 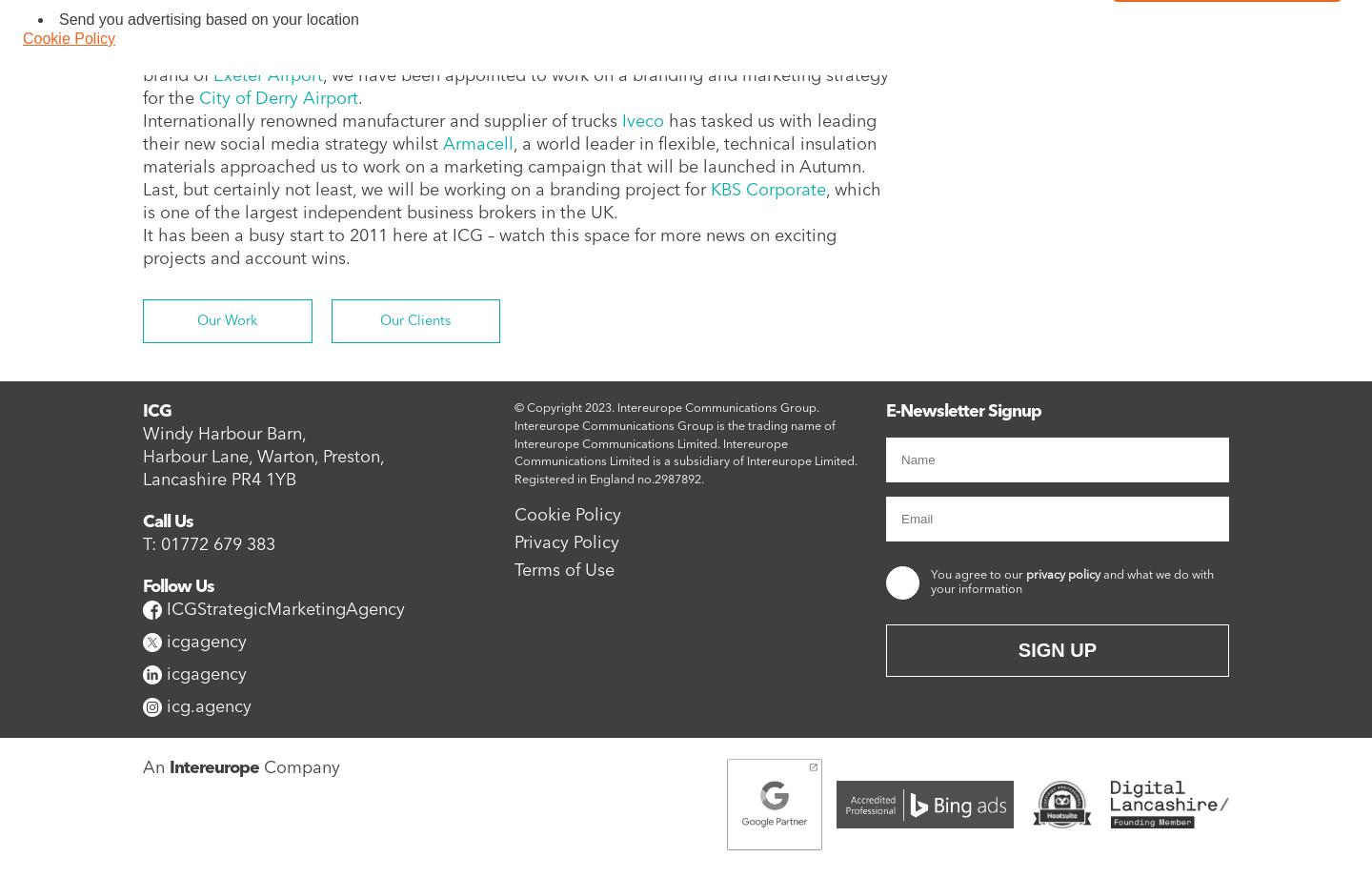 What do you see at coordinates (508, 132) in the screenshot?
I see `'has tasked us with leading their new social media strategy whilst'` at bounding box center [508, 132].